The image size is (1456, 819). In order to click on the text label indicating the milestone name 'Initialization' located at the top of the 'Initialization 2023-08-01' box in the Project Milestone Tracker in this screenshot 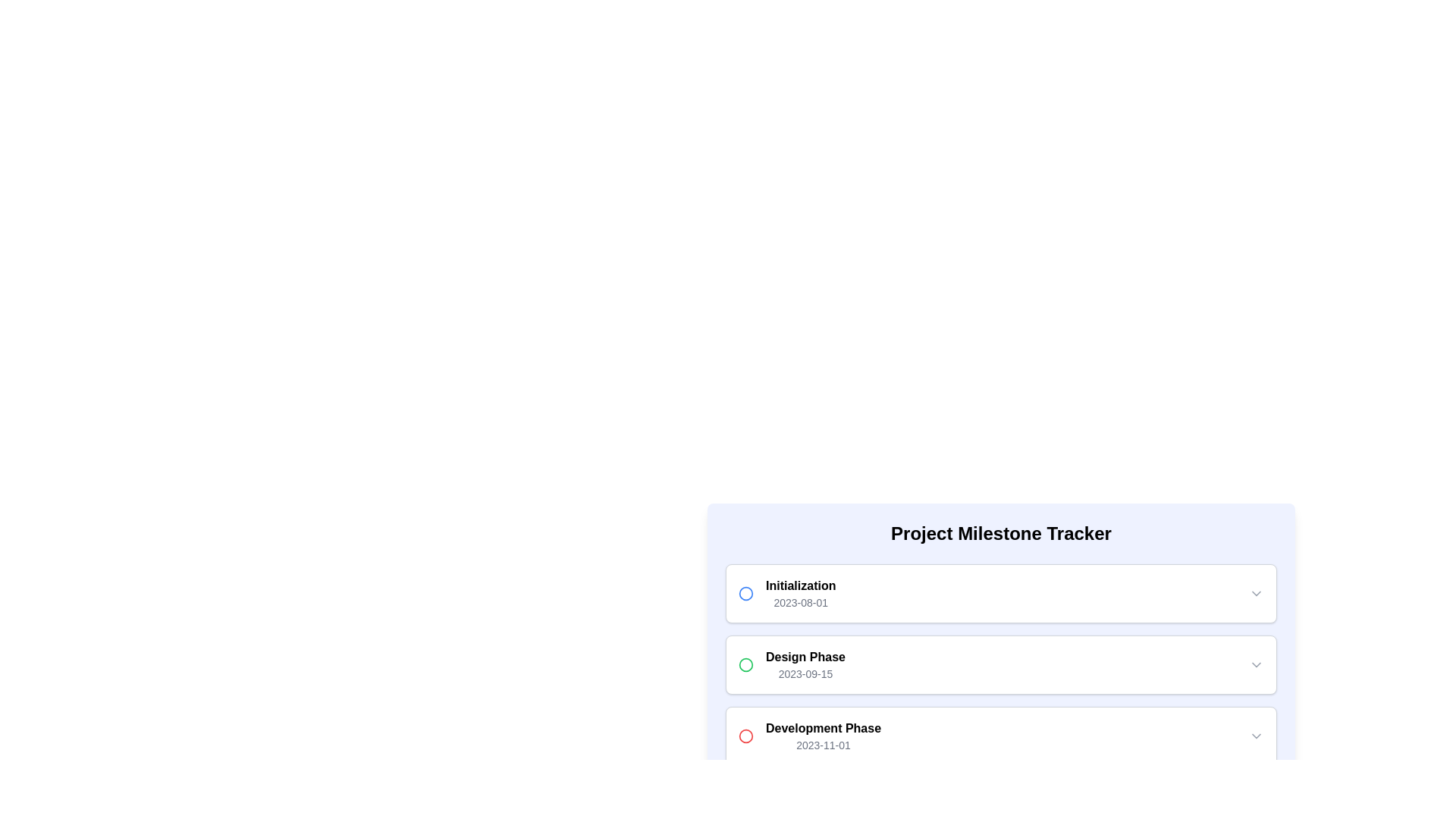, I will do `click(800, 585)`.